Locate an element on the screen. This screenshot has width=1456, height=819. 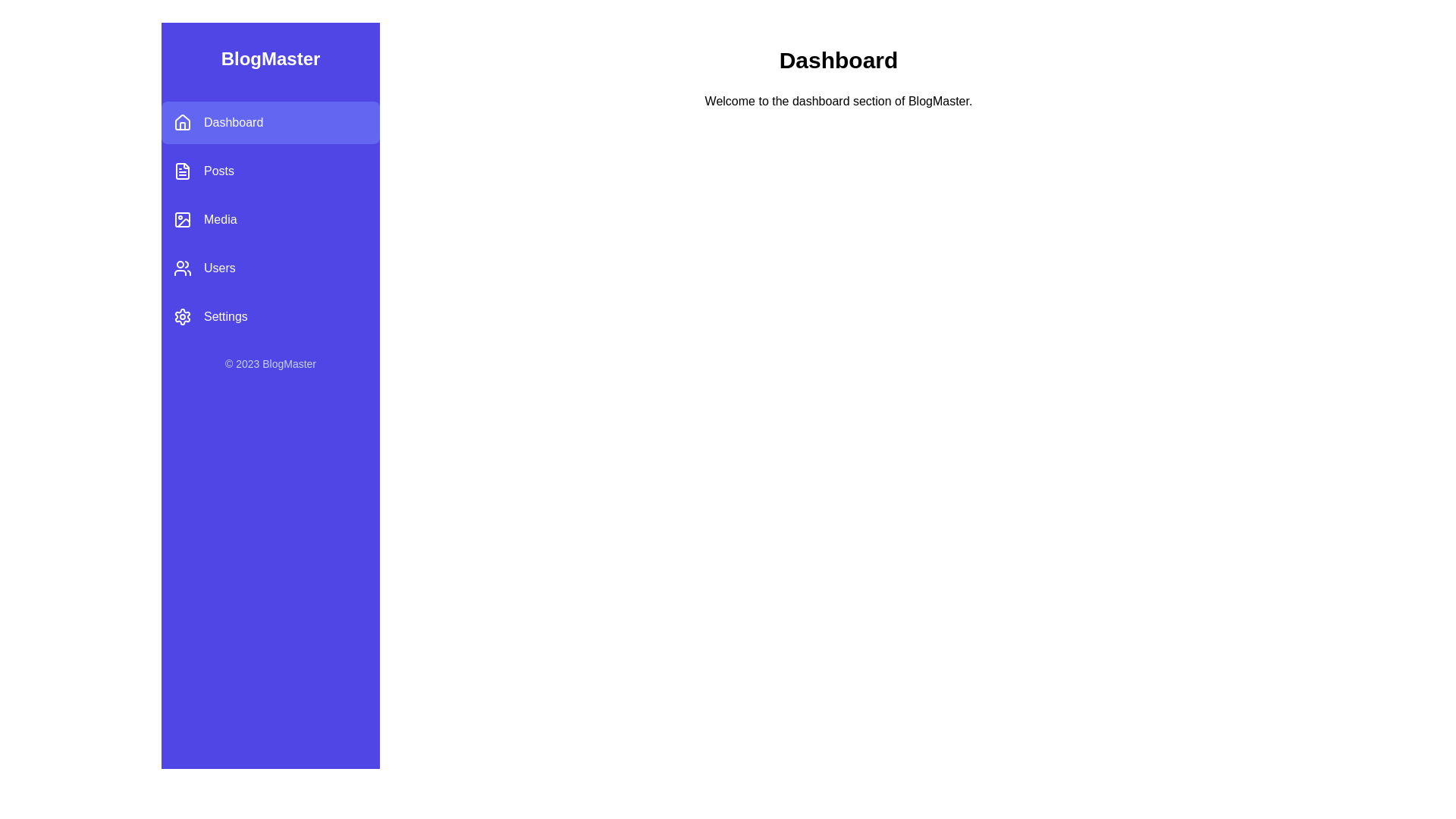
the 'Posts' icon in the vertical menu, which is styled as a document and is positioned beneath the 'Dashboard' icon is located at coordinates (182, 171).